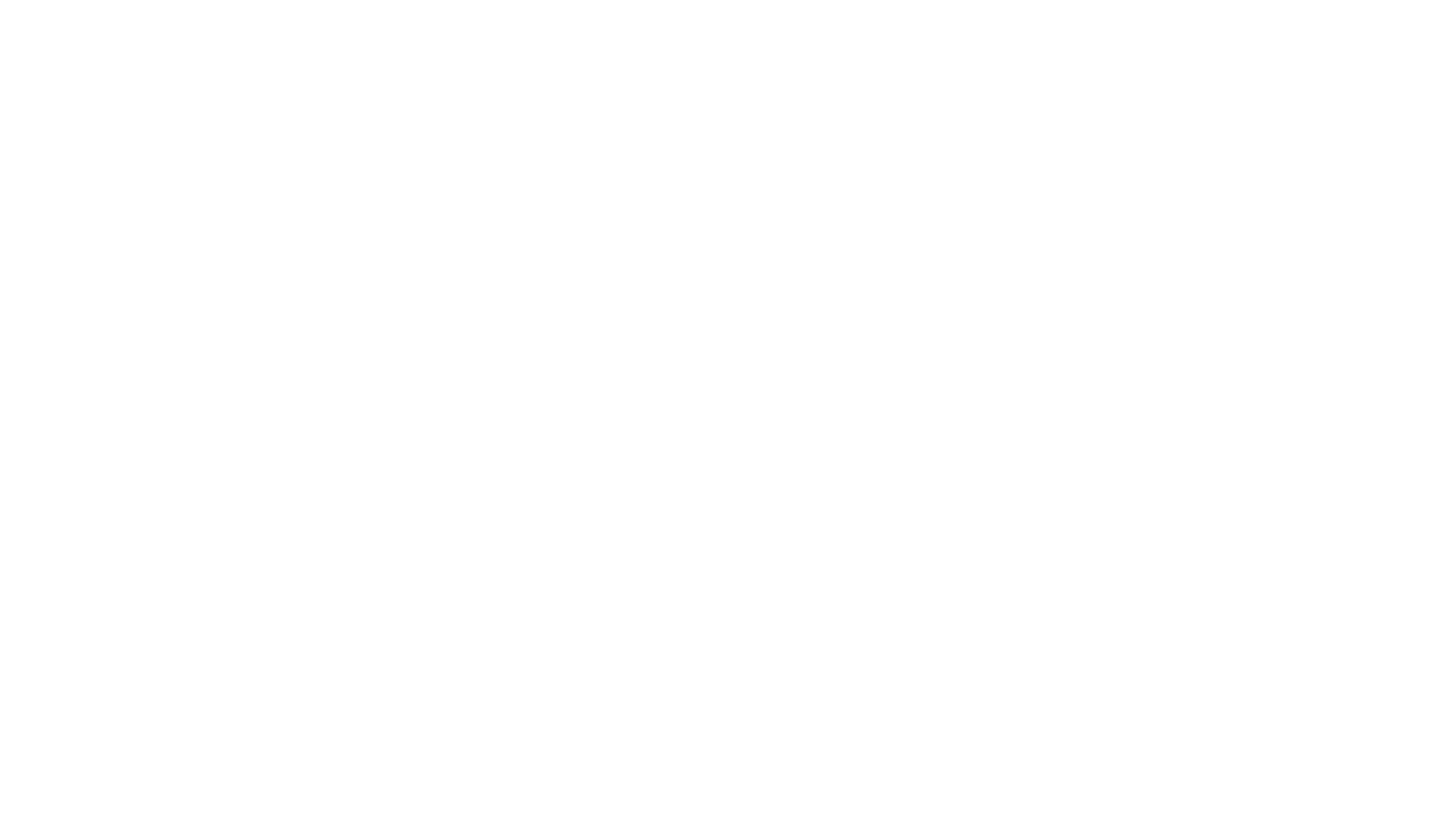 Image resolution: width=1456 pixels, height=833 pixels. I want to click on 'Quick Links', so click(941, 519).